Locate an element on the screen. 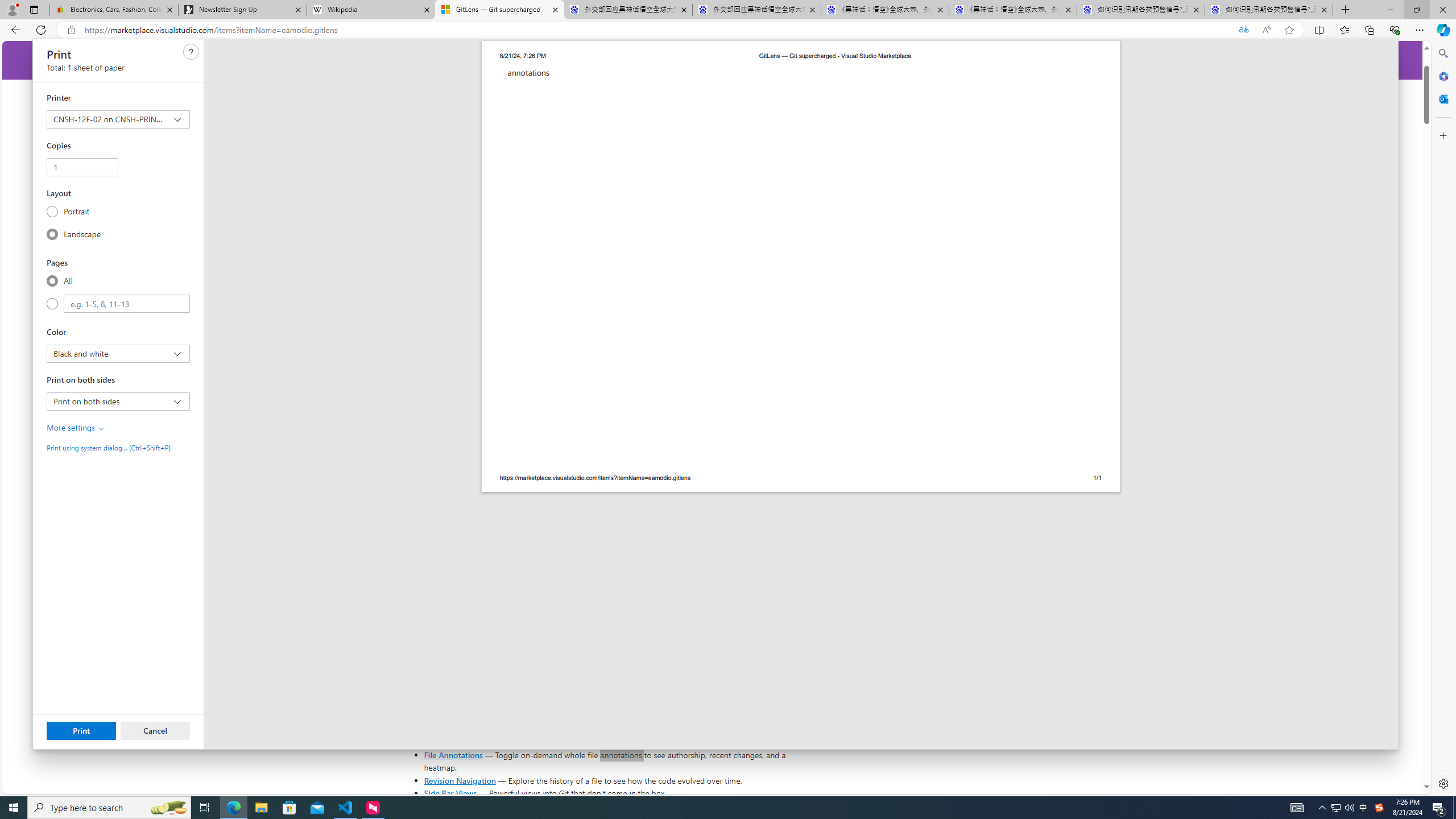 Image resolution: width=1456 pixels, height=819 pixels. 'Printer CNSH-12F-02 on CNSH-PRINT-01' is located at coordinates (118, 119).